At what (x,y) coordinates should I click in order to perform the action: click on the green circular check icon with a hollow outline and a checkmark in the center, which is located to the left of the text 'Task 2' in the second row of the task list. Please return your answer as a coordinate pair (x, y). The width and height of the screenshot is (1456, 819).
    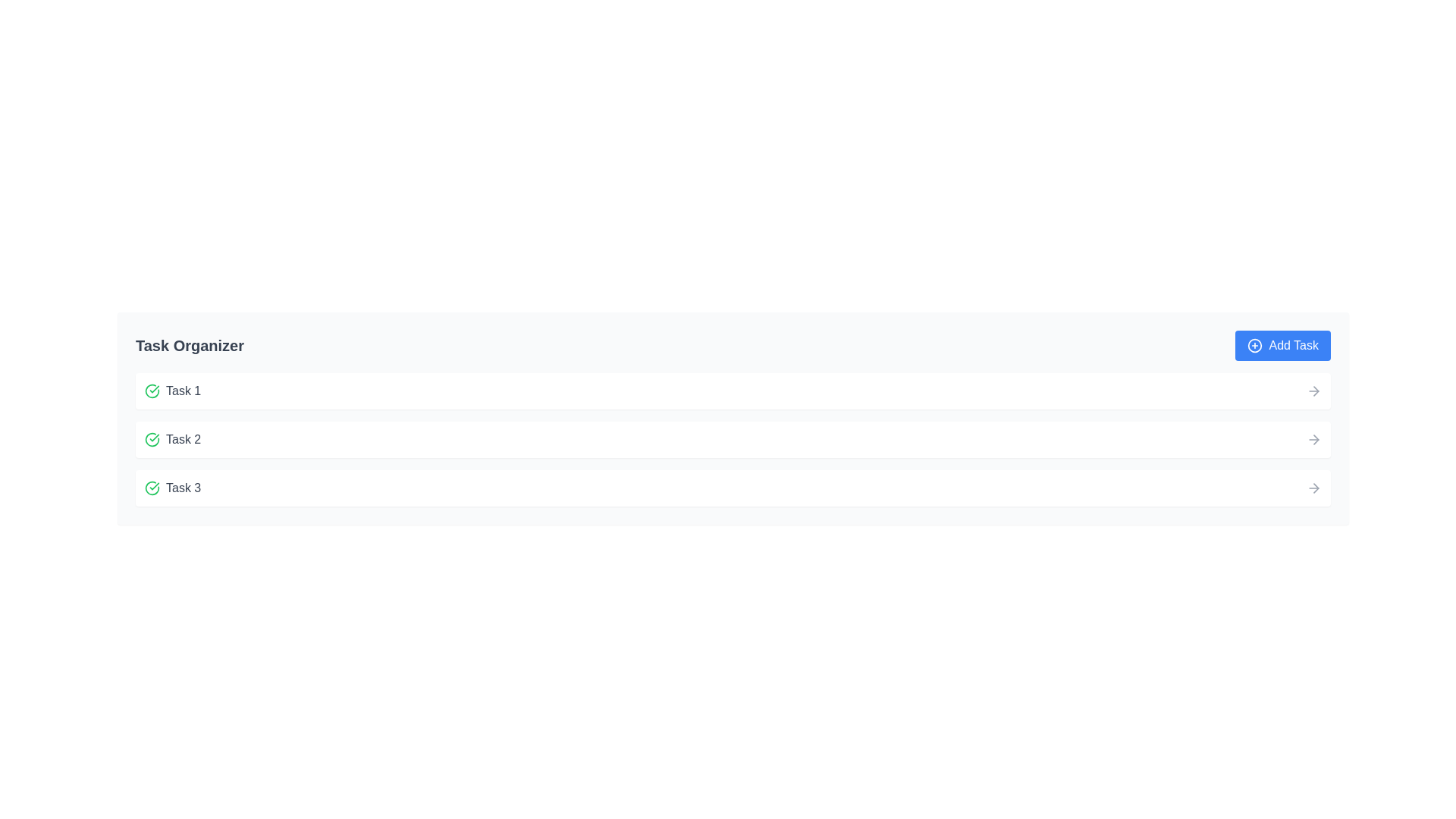
    Looking at the image, I should click on (152, 439).